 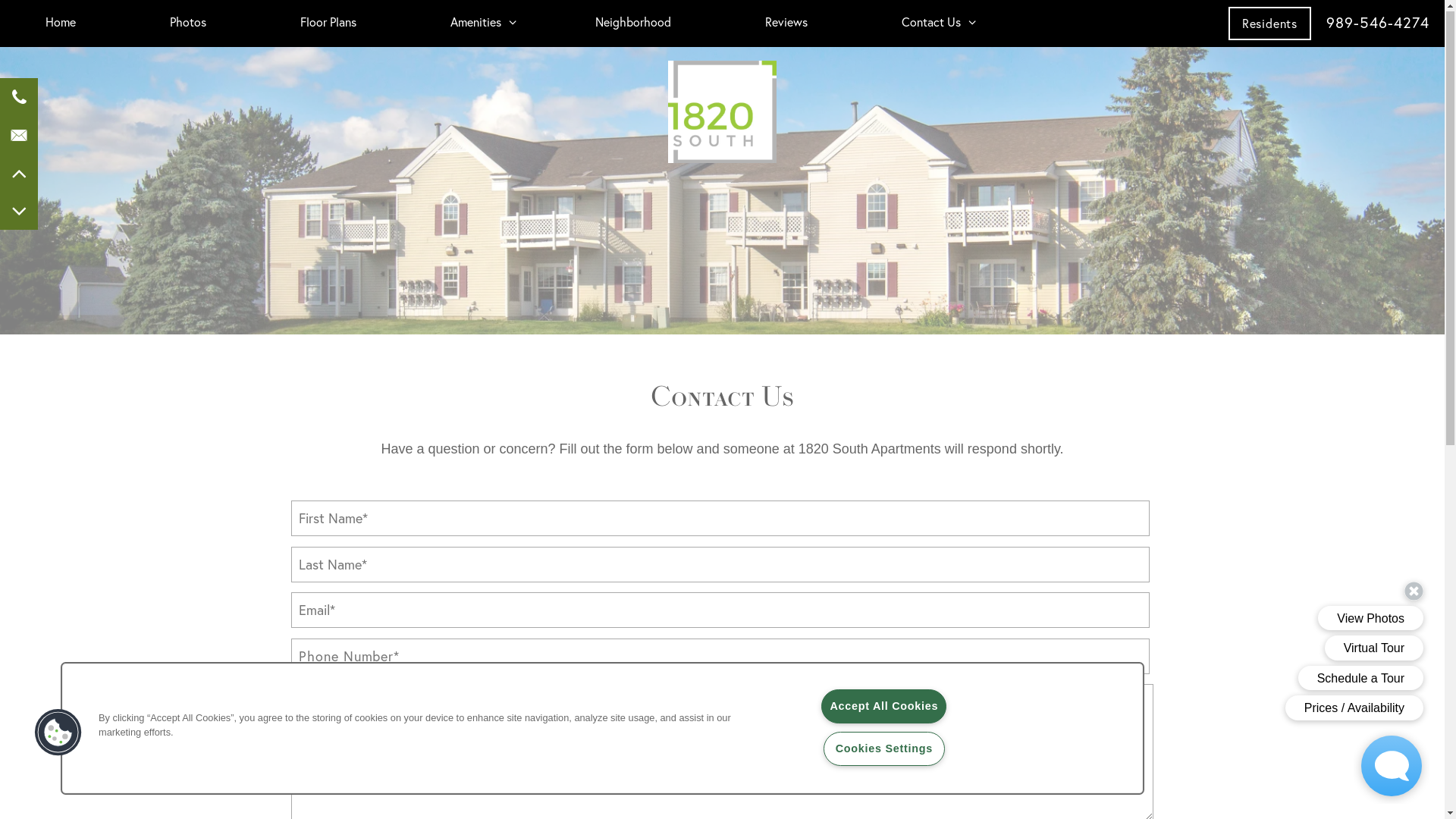 I want to click on 'Reviews', so click(x=786, y=23).